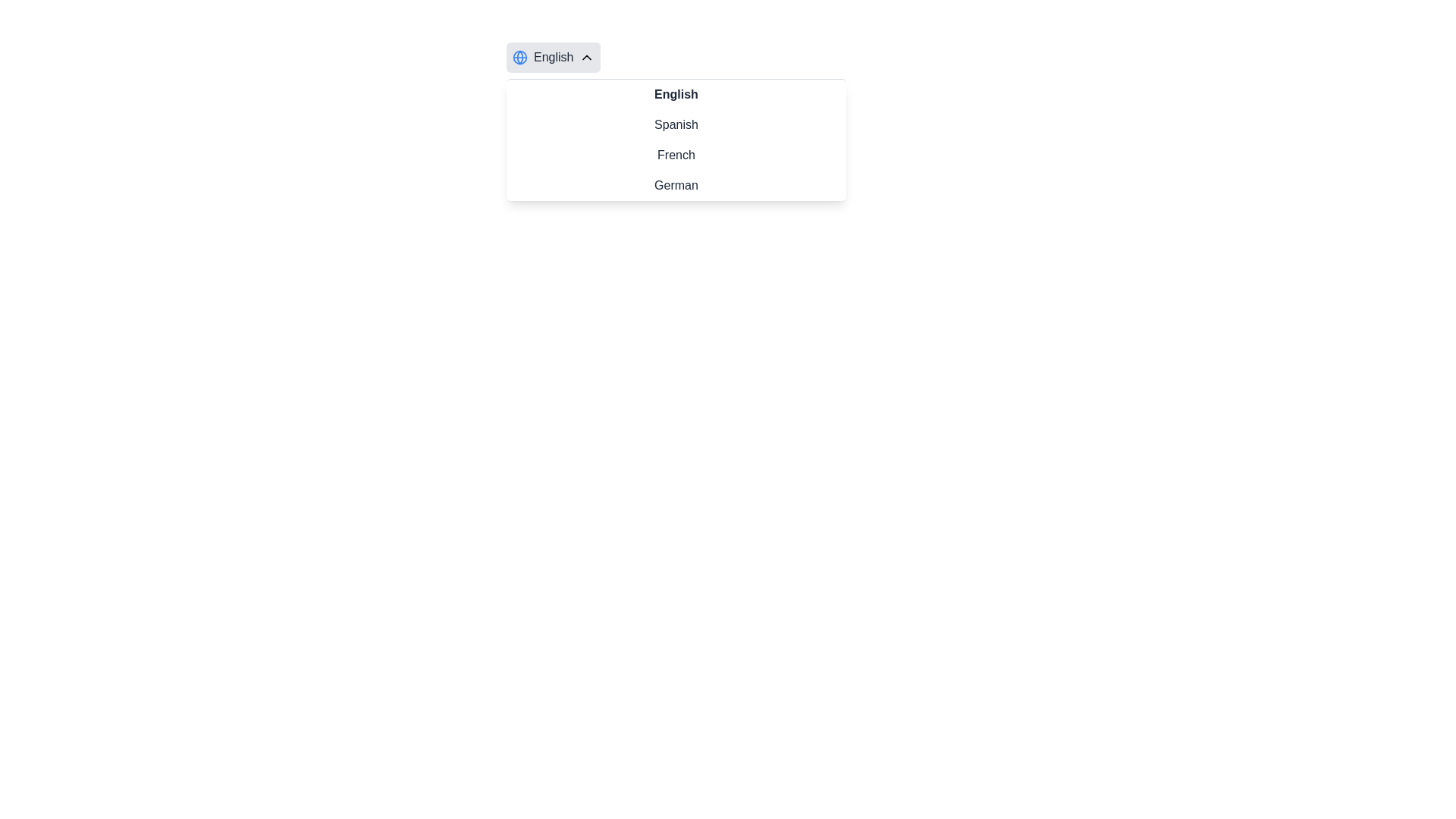  What do you see at coordinates (676, 185) in the screenshot?
I see `the fourth item in the dropdown menu` at bounding box center [676, 185].